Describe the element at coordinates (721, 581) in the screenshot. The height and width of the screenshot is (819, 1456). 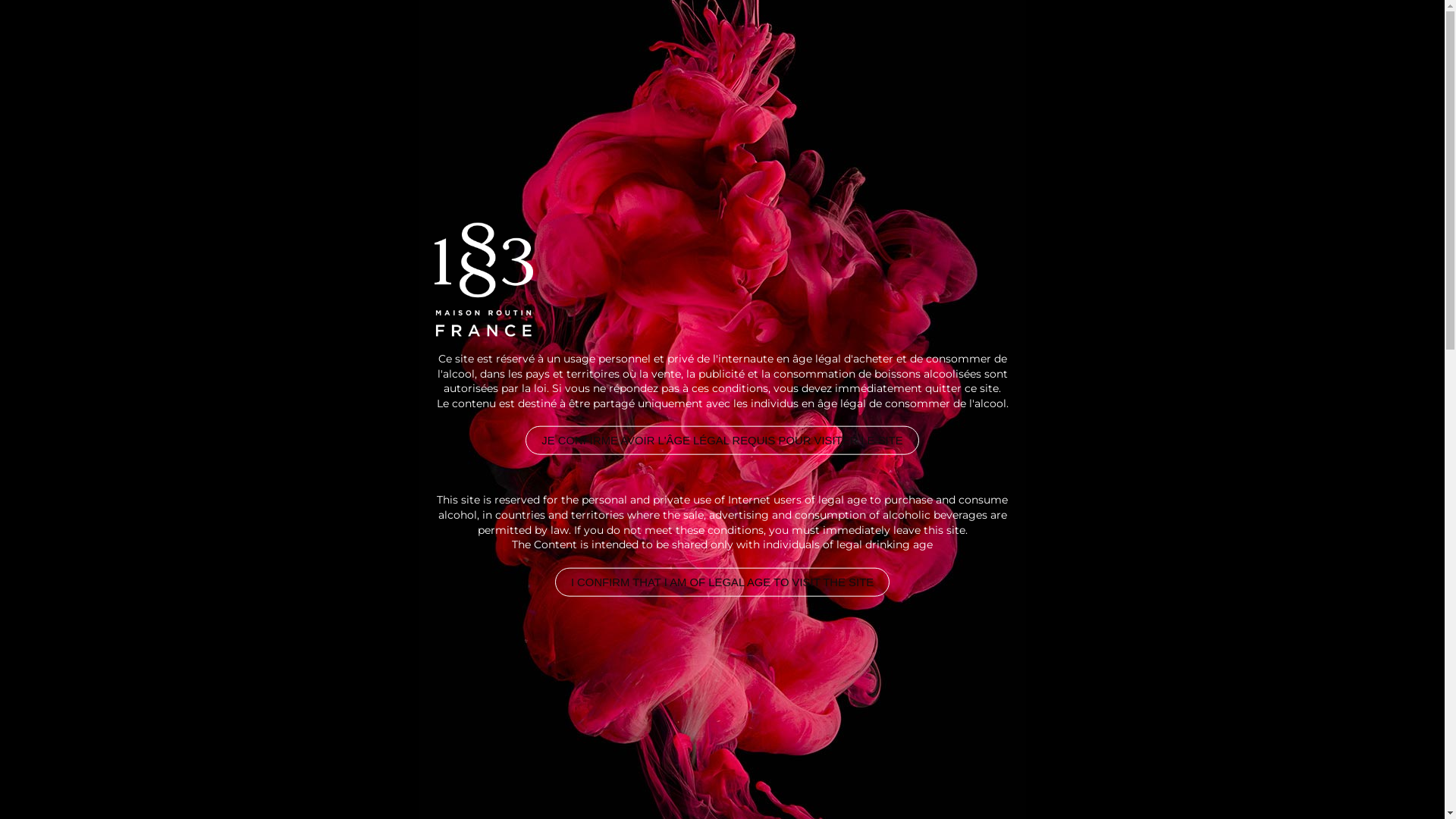
I see `'I CONFIRM THAT I AM OF LEGAL AGE TO VISIT THE SITE'` at that location.